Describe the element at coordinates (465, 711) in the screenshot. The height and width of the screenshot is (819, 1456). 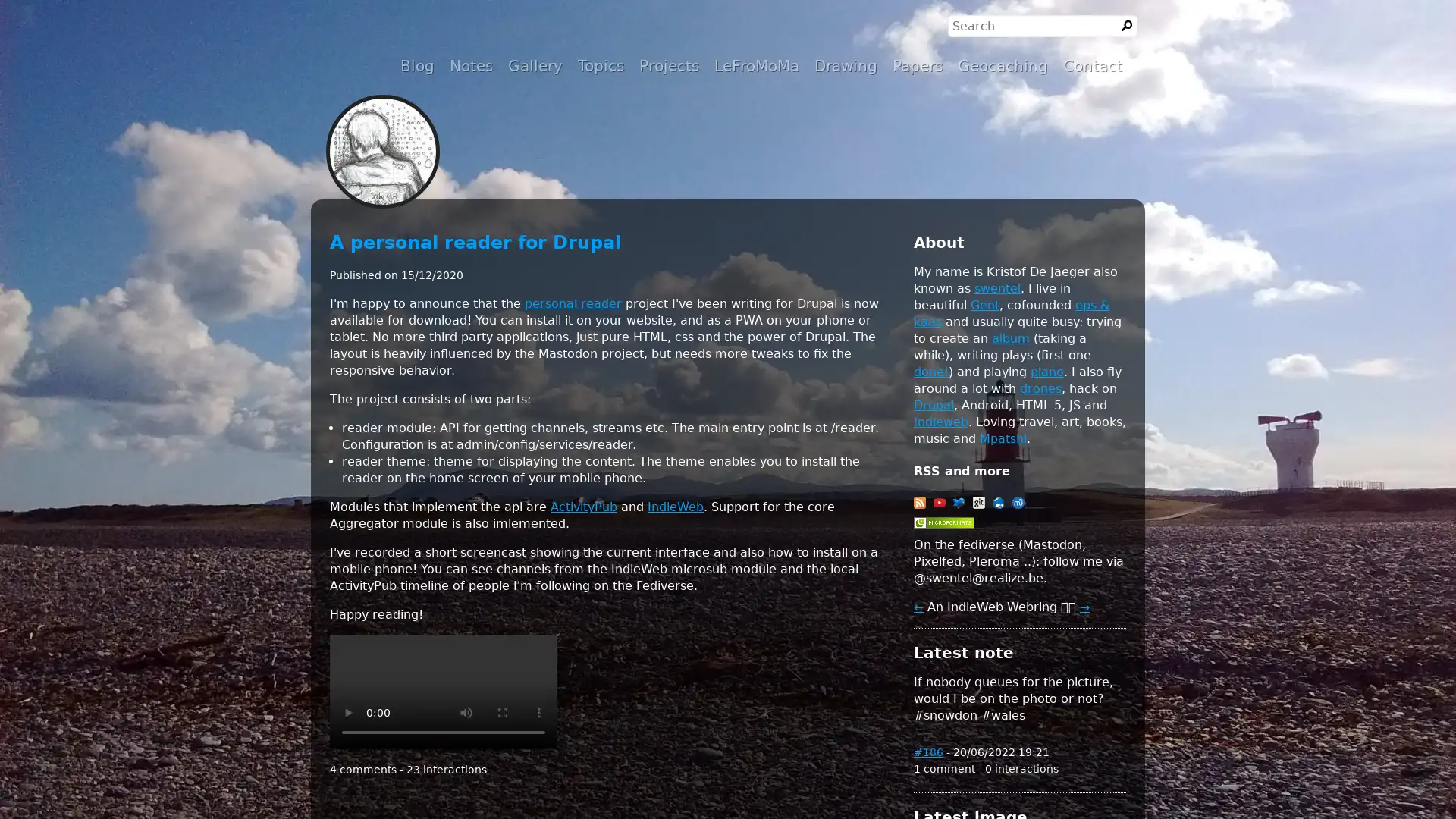
I see `mute` at that location.